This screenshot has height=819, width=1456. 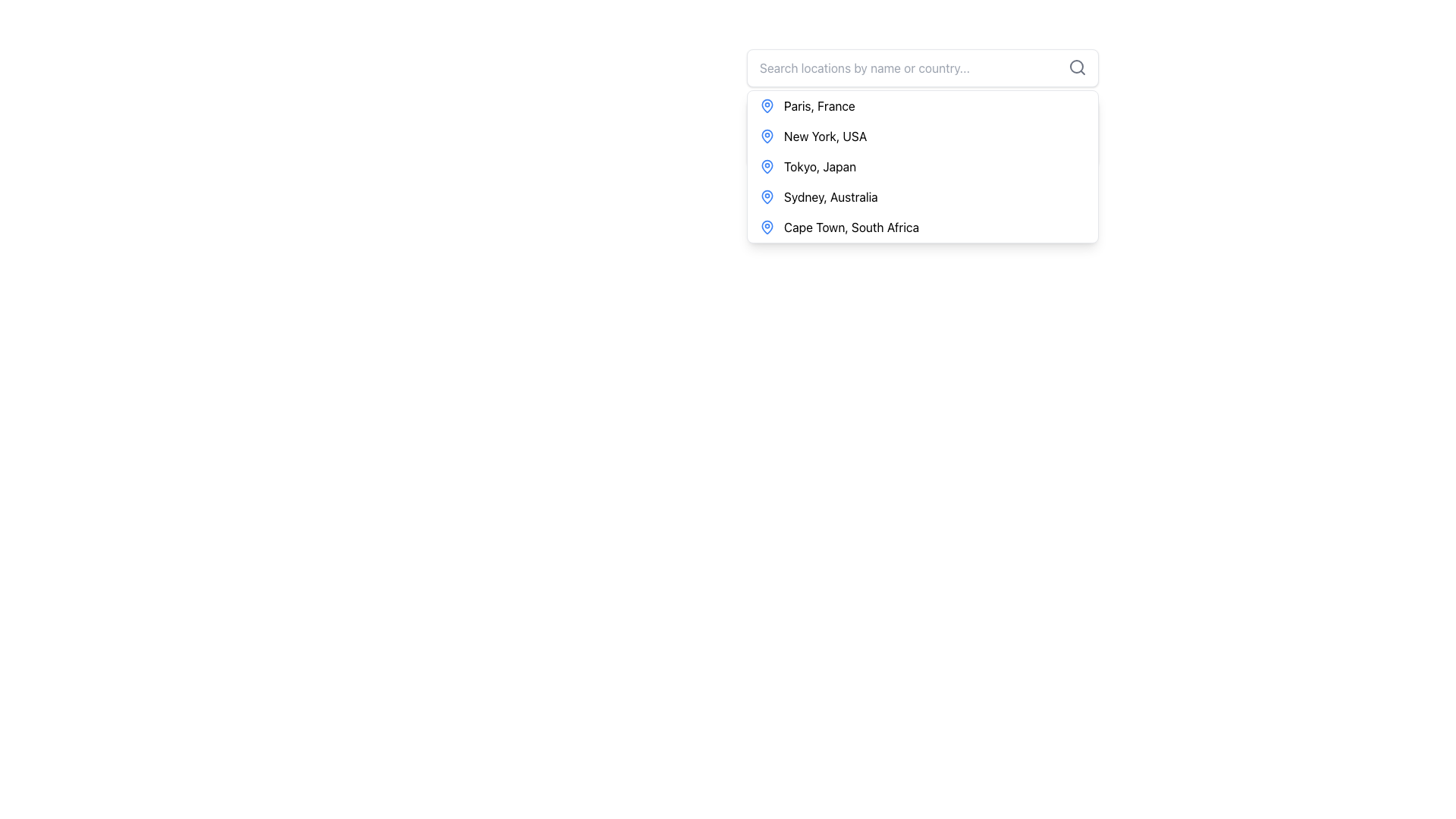 I want to click on the location marker icon positioned to the left of the text 'Cape Town, South Africa' in the dropdown menu, which is the fifth icon in the vertical list, so click(x=767, y=227).